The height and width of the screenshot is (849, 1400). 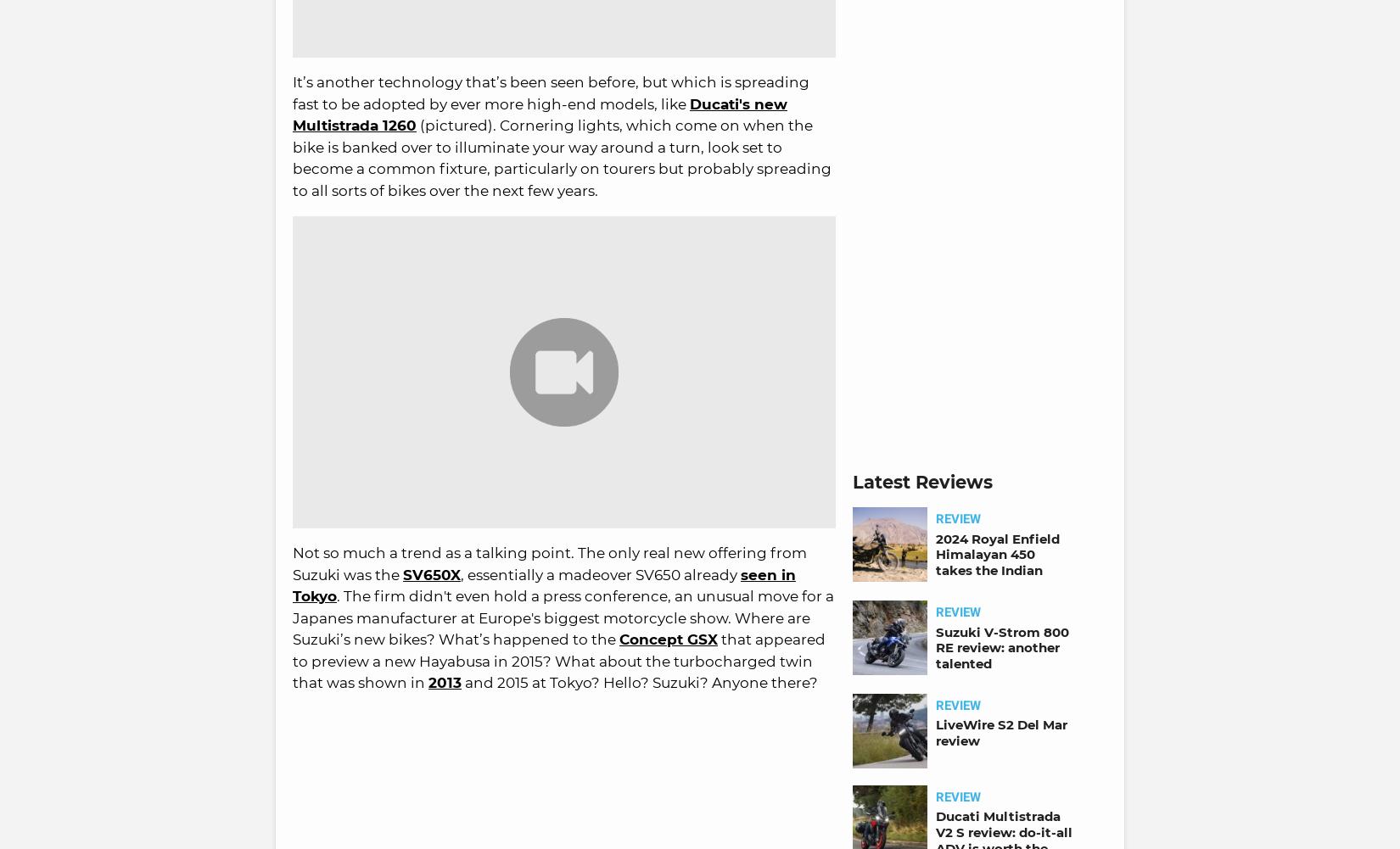 What do you see at coordinates (562, 617) in the screenshot?
I see `'. The firm didn't even hold a press conference, an unusual move for a Japanes manufacturer at Europe's biggest motorcycle show. Where are Suzuki’s new bikes? What’s happened to the'` at bounding box center [562, 617].